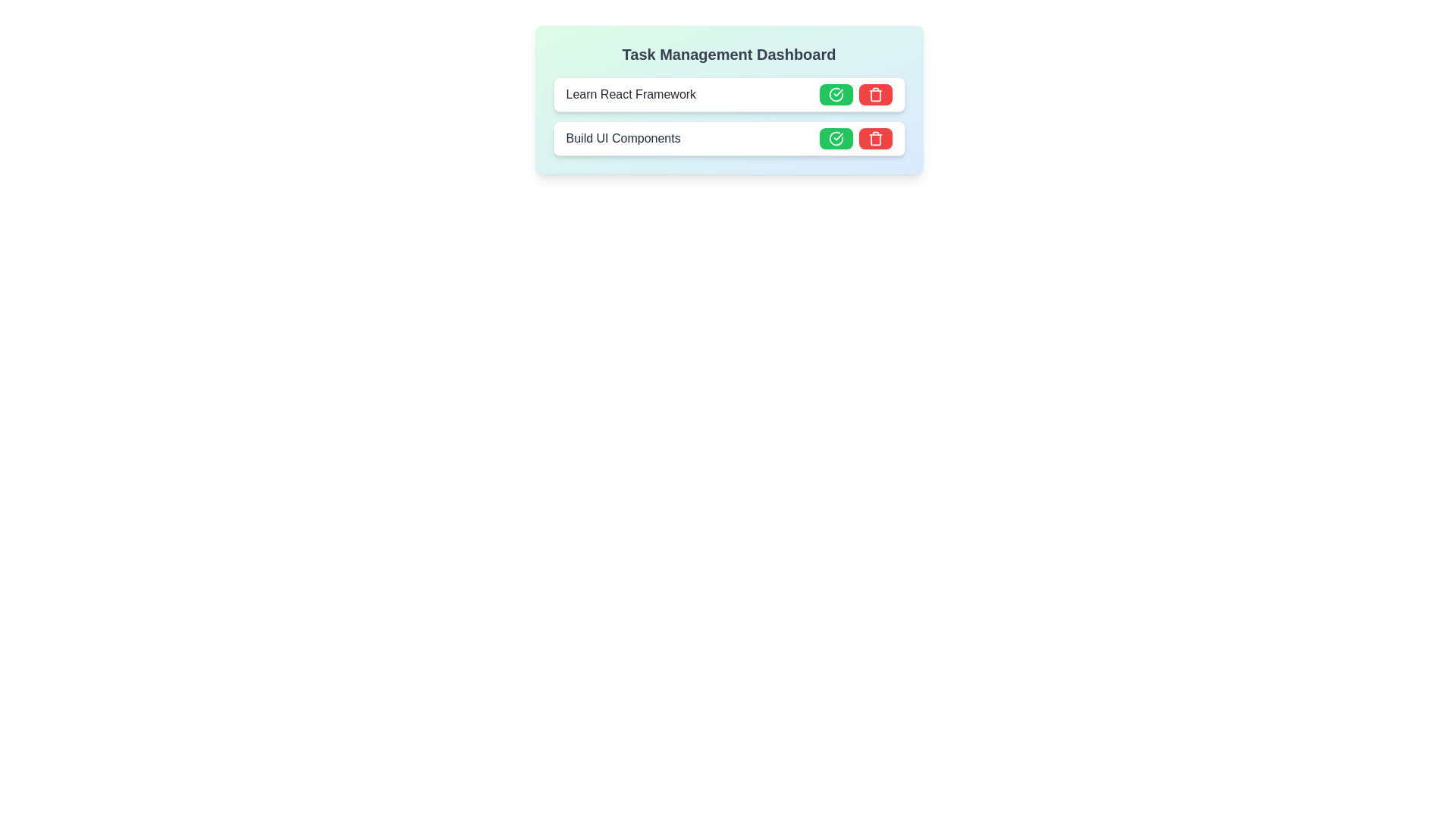 Image resolution: width=1456 pixels, height=819 pixels. What do you see at coordinates (875, 138) in the screenshot?
I see `the delete button located to the right of the green checkmark button in the second task item labeled 'Build UI Components' for any animations or feedback` at bounding box center [875, 138].